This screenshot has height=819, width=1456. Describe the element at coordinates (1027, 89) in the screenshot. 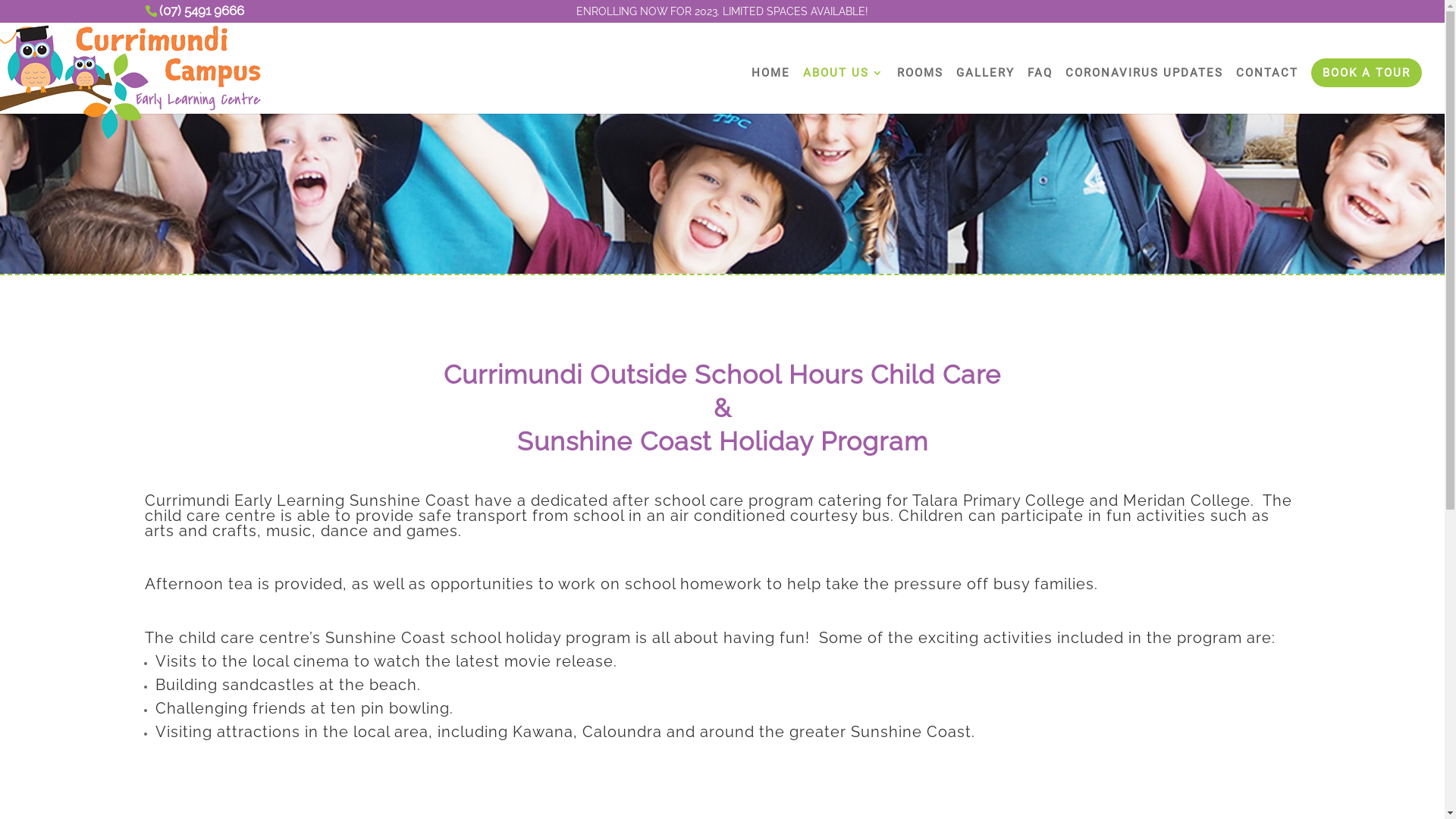

I see `'FAQ'` at that location.